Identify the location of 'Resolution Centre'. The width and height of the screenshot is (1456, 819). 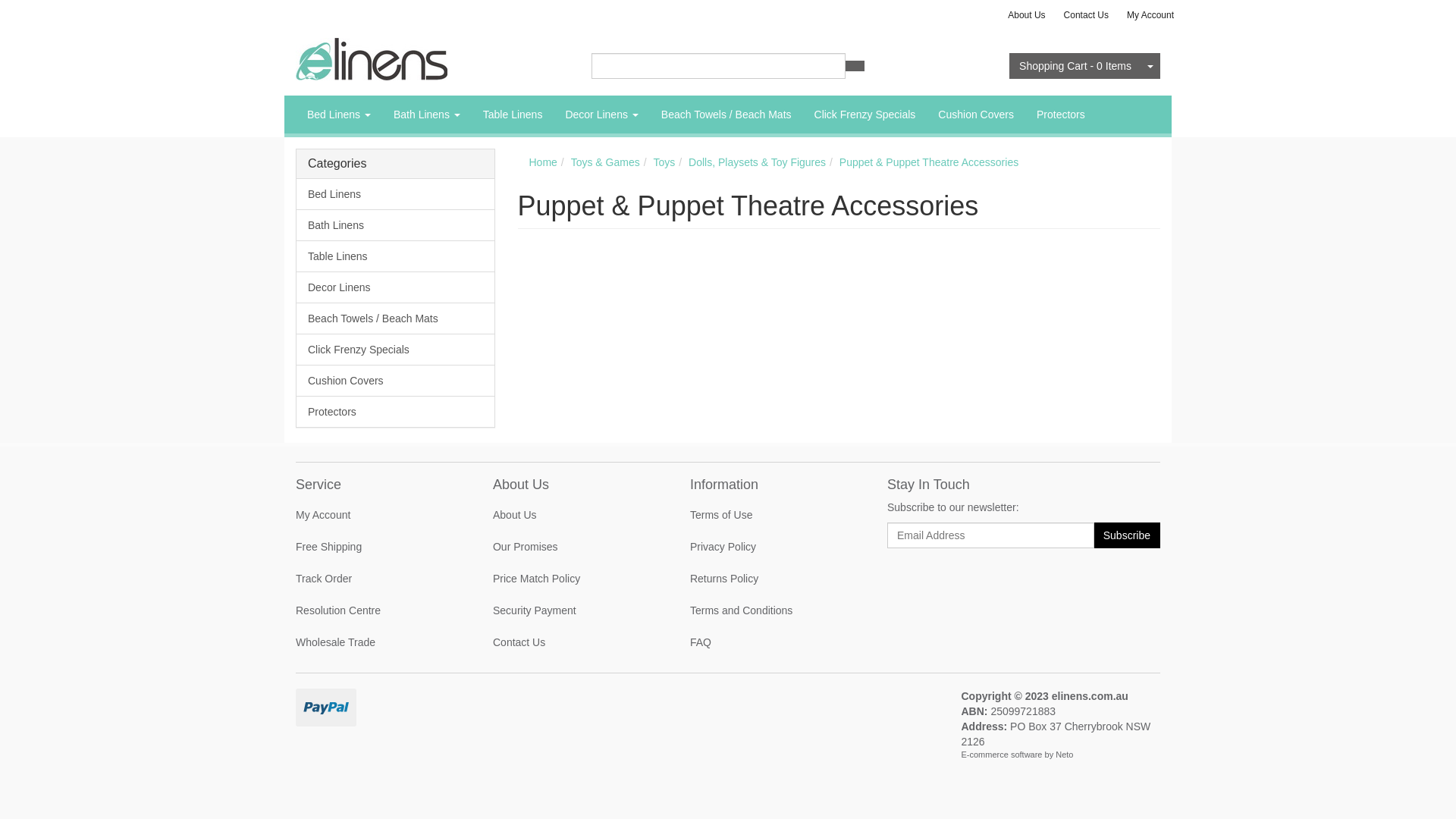
(377, 610).